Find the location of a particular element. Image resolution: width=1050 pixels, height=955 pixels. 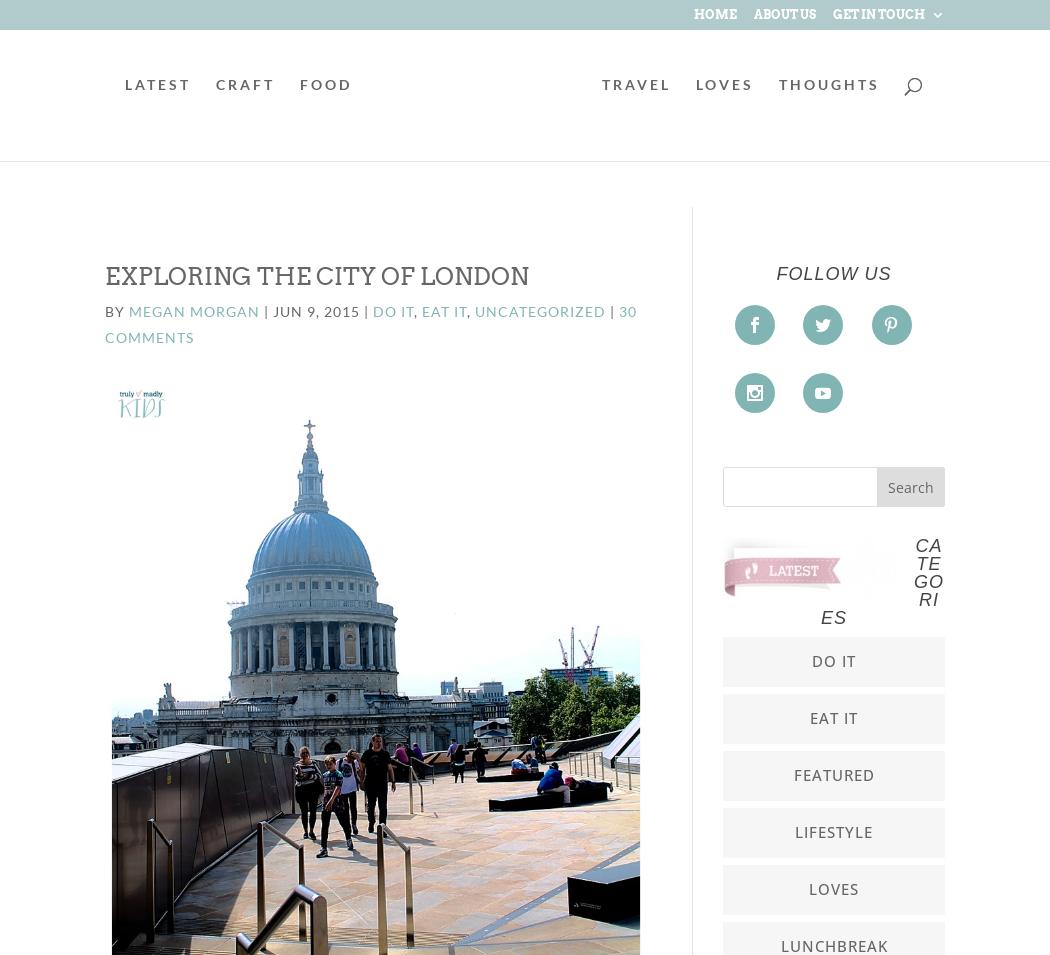

'LATEST' is located at coordinates (123, 130).